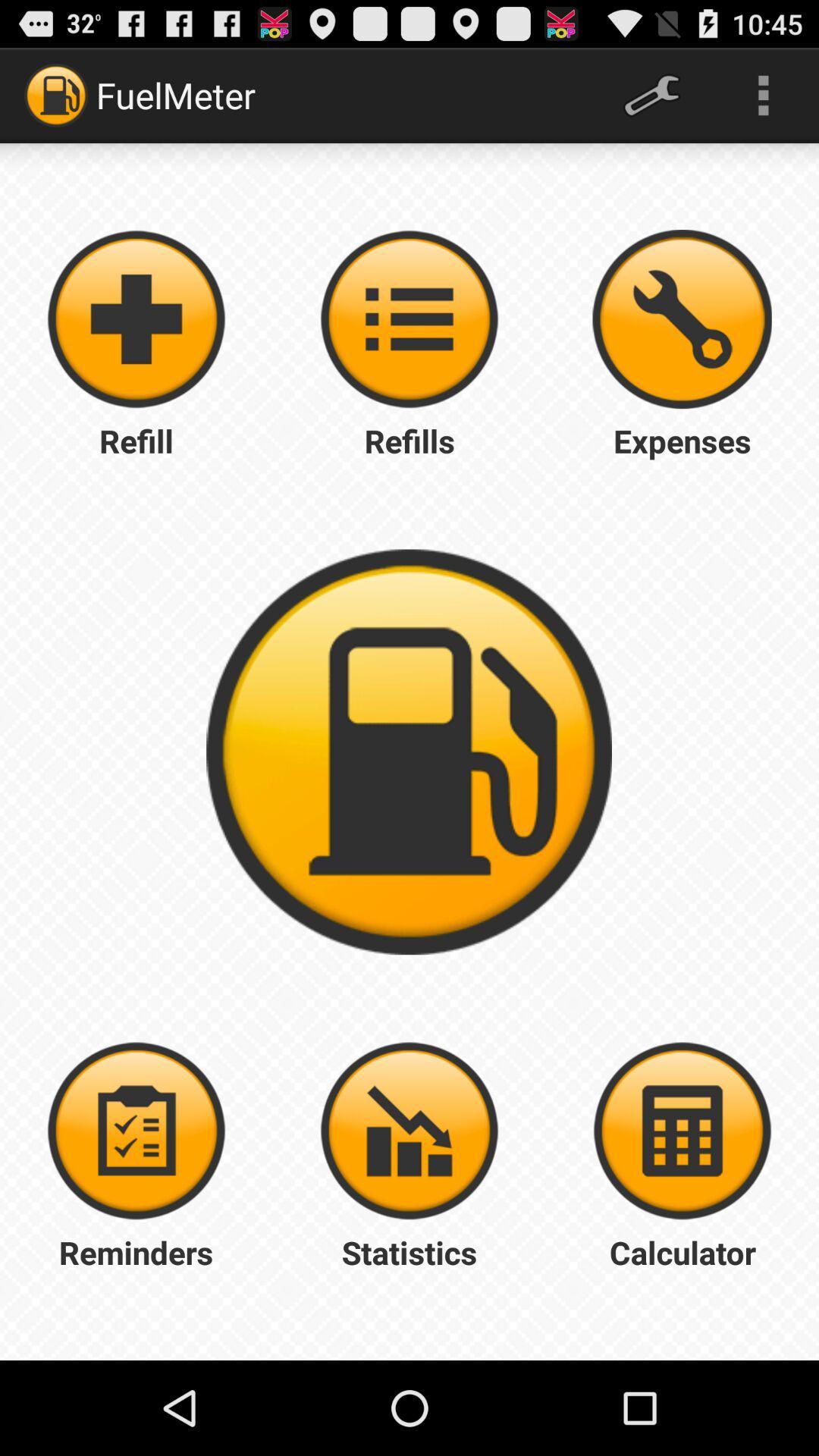  Describe the element at coordinates (409, 318) in the screenshot. I see `something again` at that location.